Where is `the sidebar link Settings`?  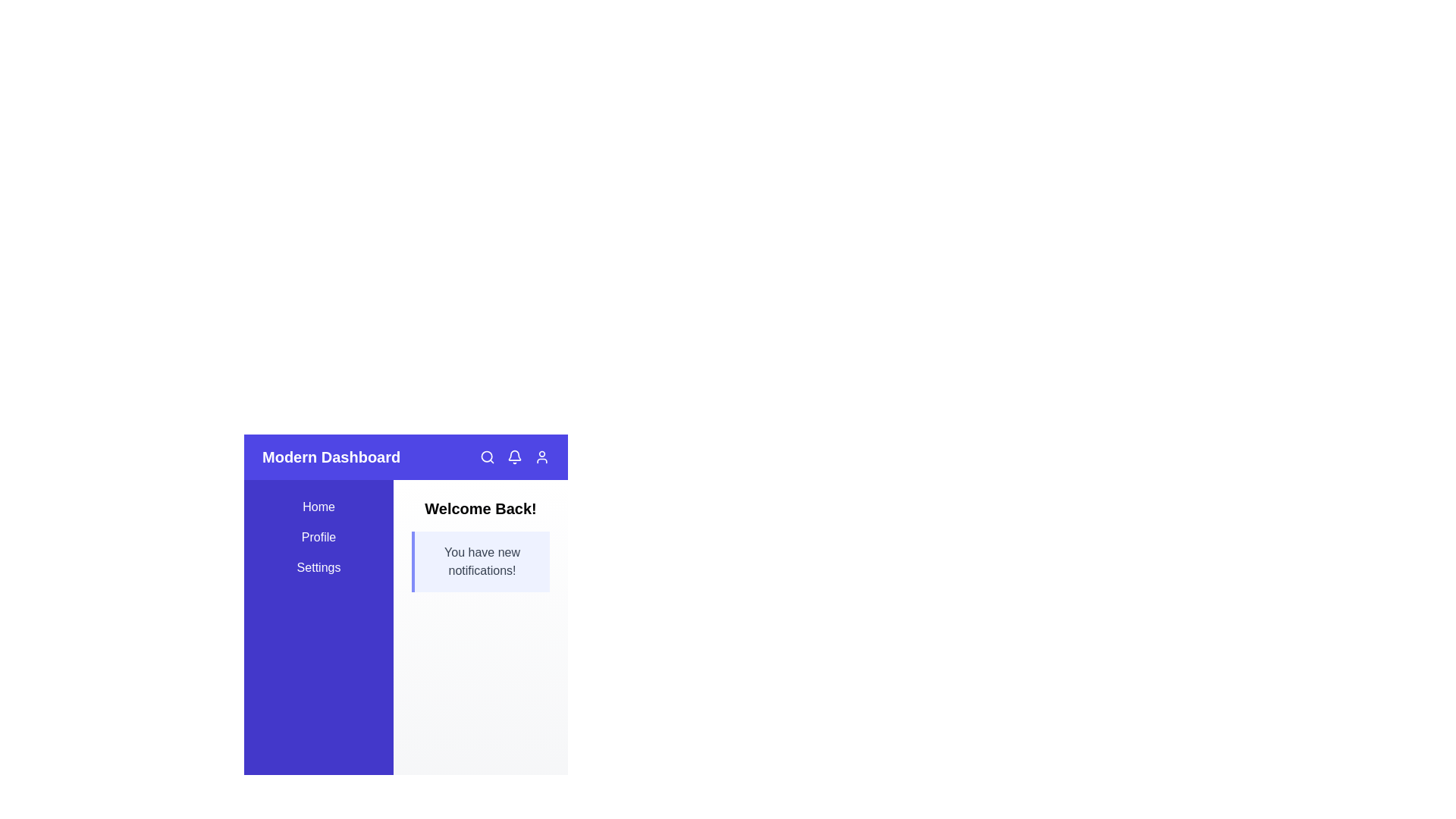 the sidebar link Settings is located at coordinates (318, 567).